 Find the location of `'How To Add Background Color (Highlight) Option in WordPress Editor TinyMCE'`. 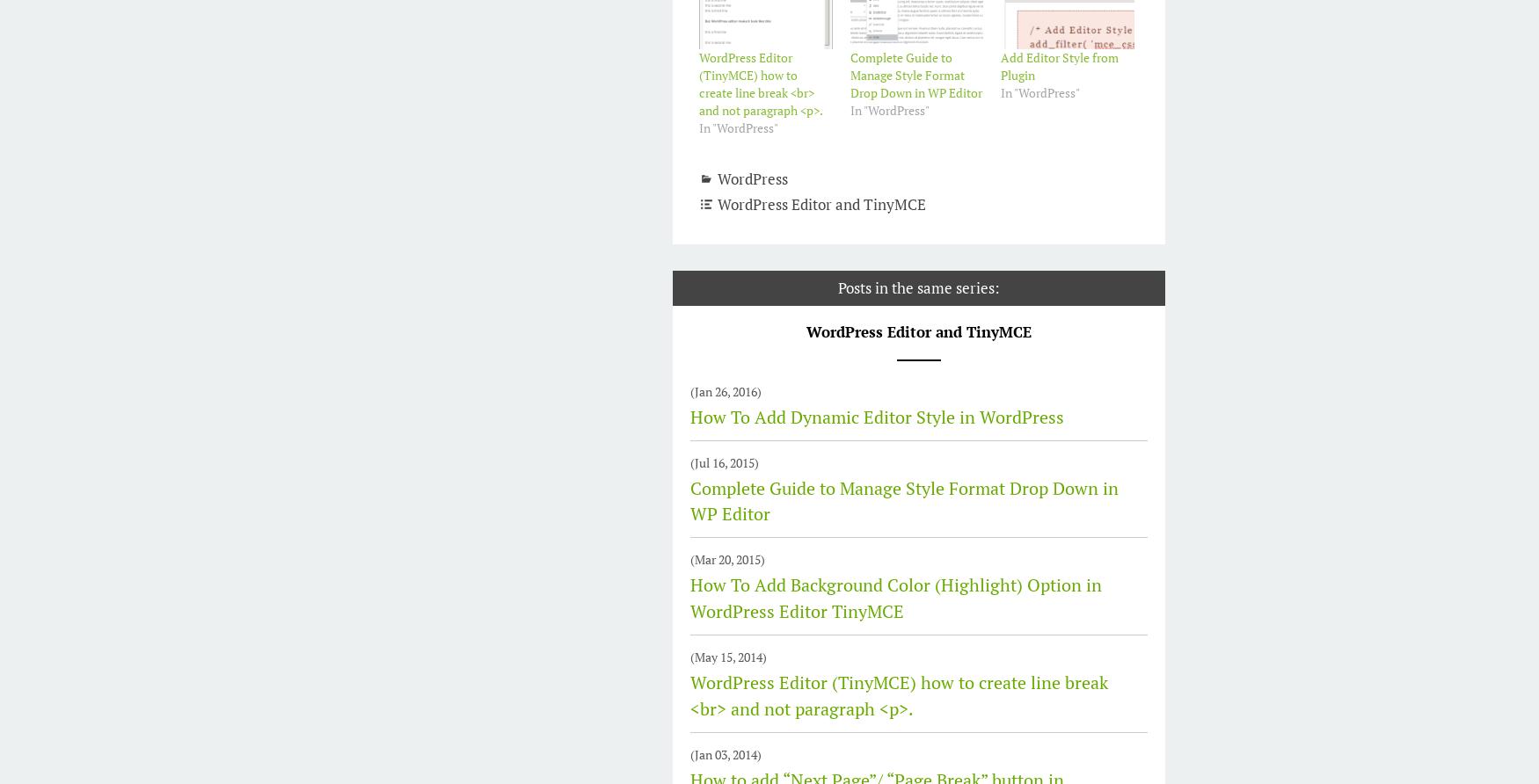

'How To Add Background Color (Highlight) Option in WordPress Editor TinyMCE' is located at coordinates (895, 598).